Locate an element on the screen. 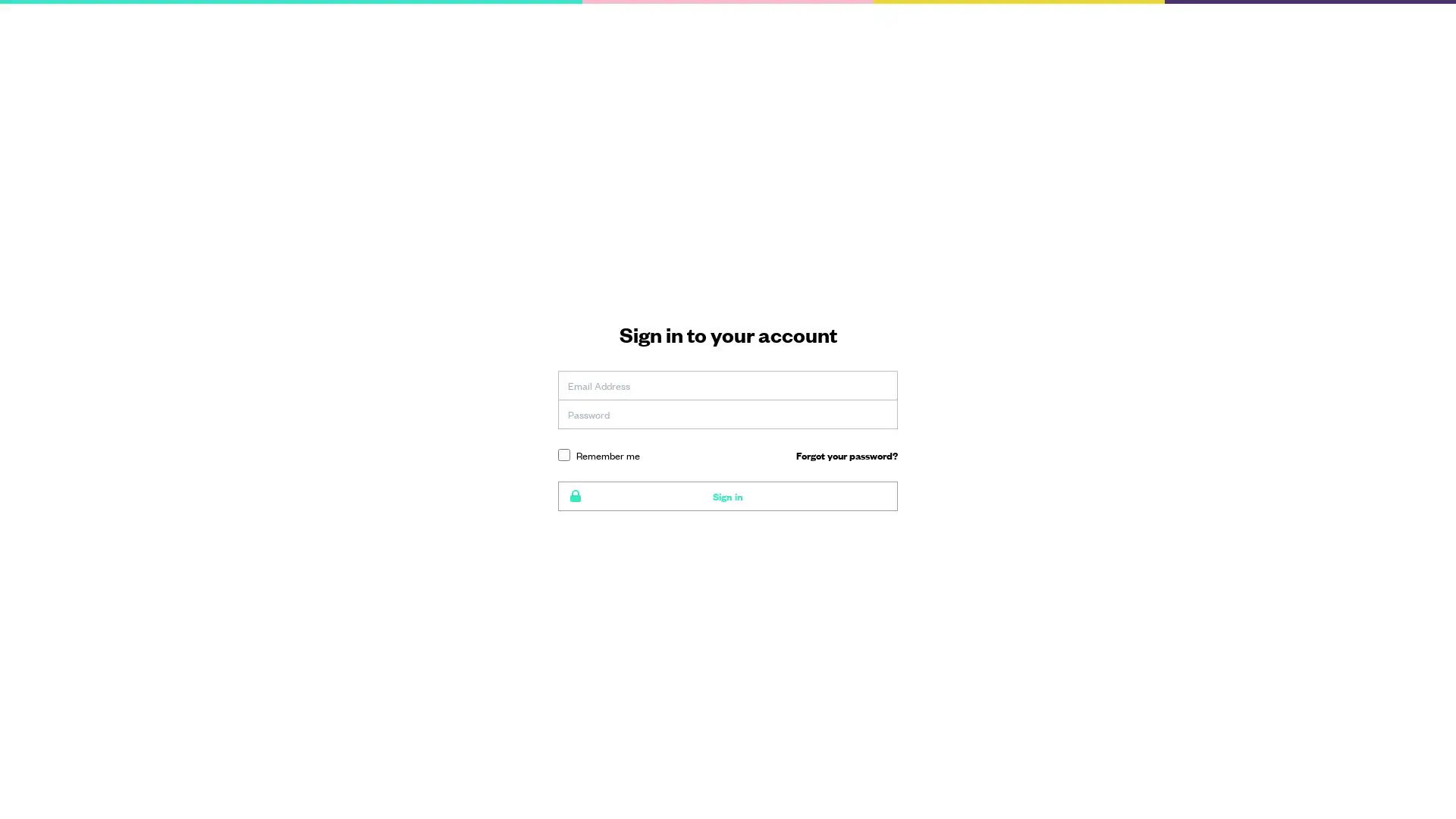 The image size is (1456, 819). Sign in is located at coordinates (728, 495).